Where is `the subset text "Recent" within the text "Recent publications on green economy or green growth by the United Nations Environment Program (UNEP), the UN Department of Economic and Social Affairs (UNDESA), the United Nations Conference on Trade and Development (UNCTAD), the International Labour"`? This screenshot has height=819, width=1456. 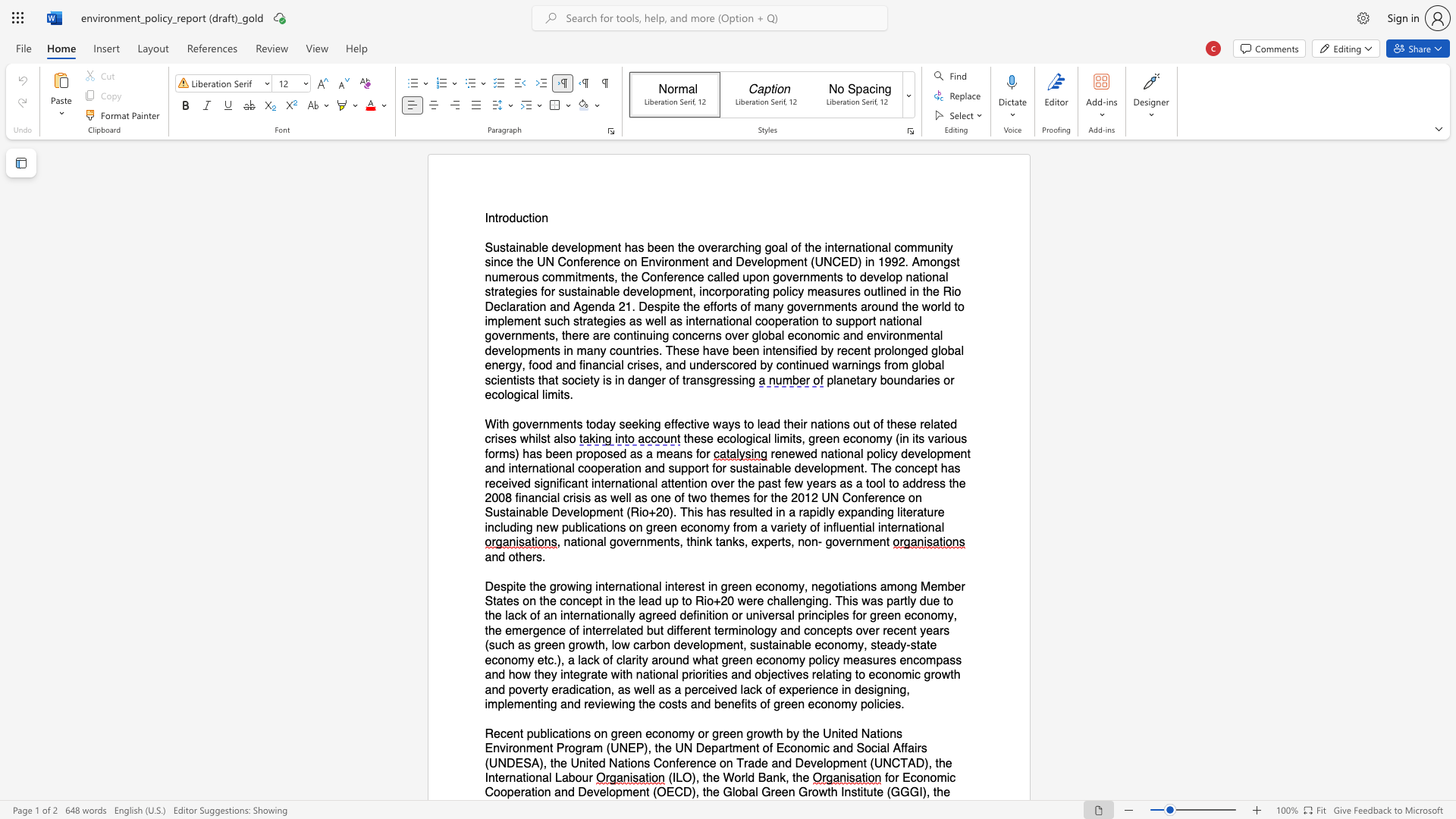 the subset text "Recent" within the text "Recent publications on green economy or green growth by the United Nations Environment Program (UNEP), the UN Department of Economic and Social Affairs (UNDESA), the United Nations Conference on Trade and Development (UNCTAD), the International Labour" is located at coordinates (484, 733).